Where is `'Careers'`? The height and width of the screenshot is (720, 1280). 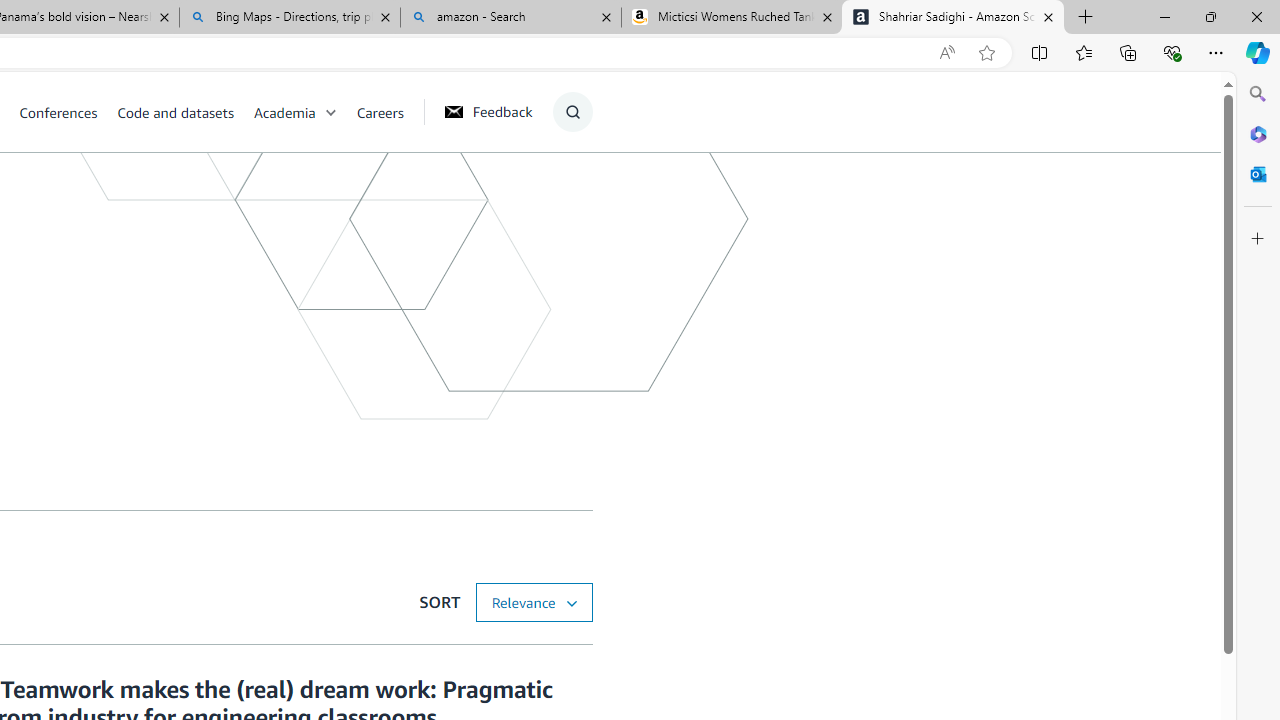
'Careers' is located at coordinates (380, 111).